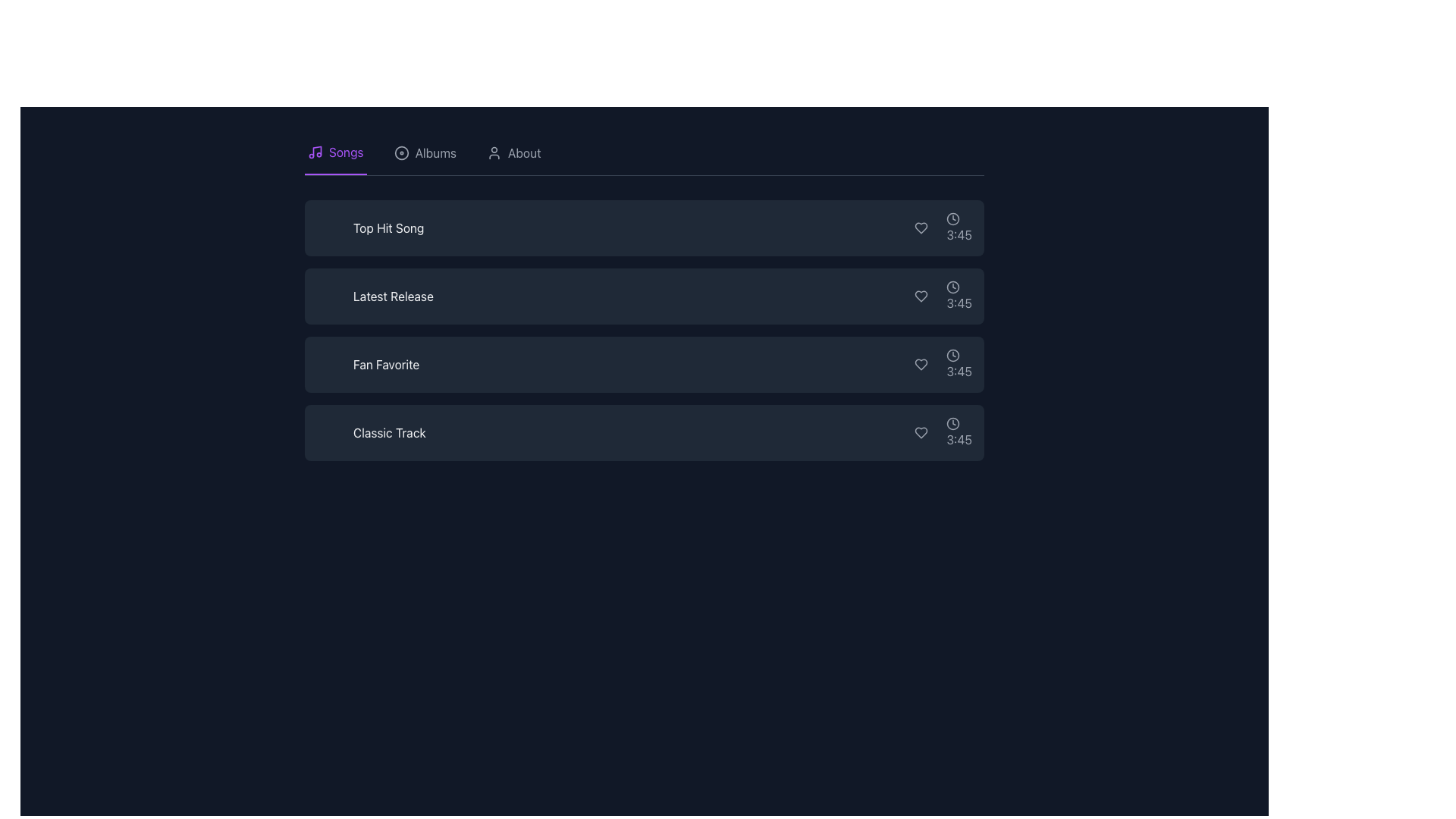  I want to click on the heart-shaped icon, so click(921, 296).